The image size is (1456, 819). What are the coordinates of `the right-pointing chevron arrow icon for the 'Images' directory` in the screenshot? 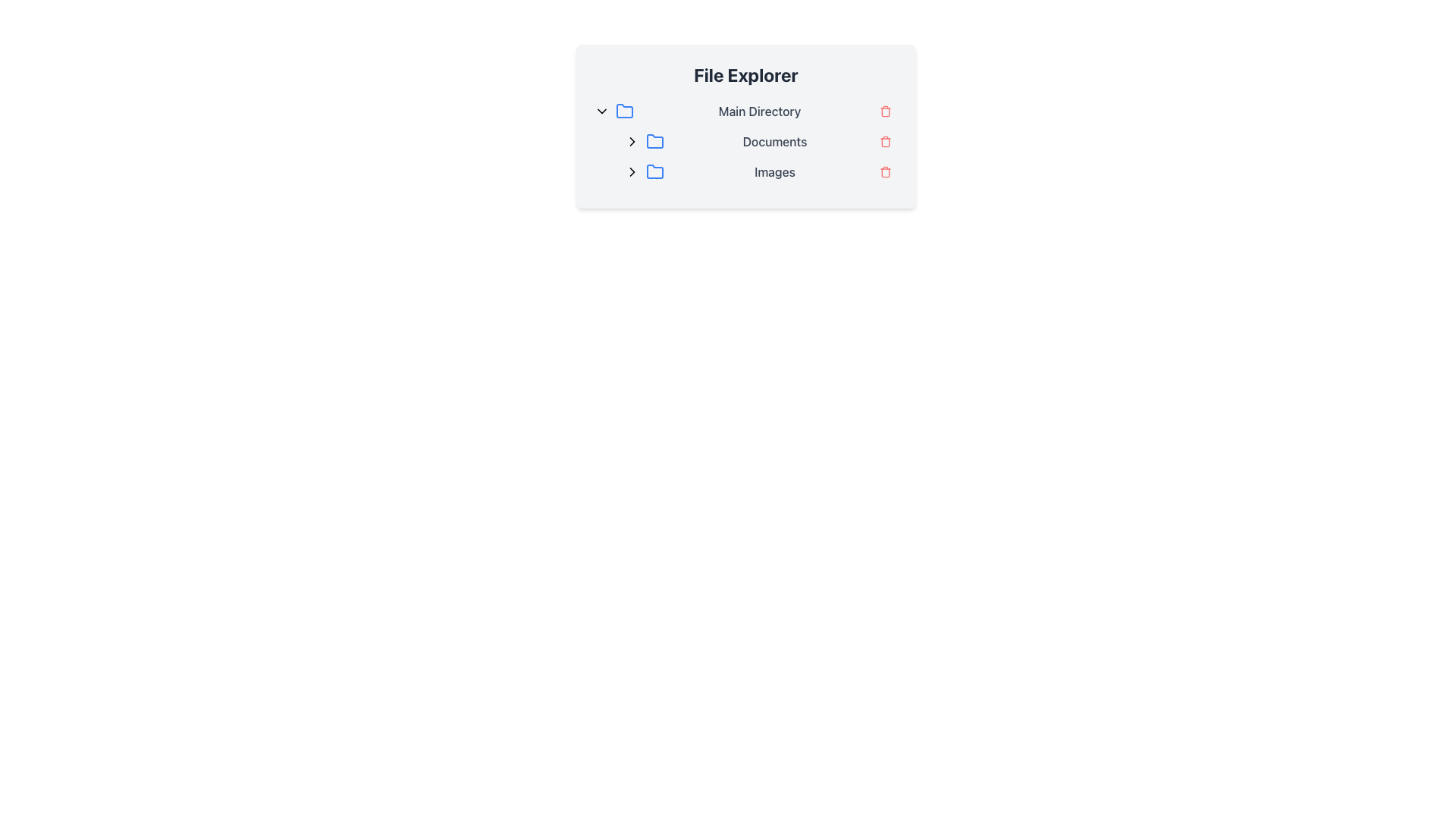 It's located at (632, 171).